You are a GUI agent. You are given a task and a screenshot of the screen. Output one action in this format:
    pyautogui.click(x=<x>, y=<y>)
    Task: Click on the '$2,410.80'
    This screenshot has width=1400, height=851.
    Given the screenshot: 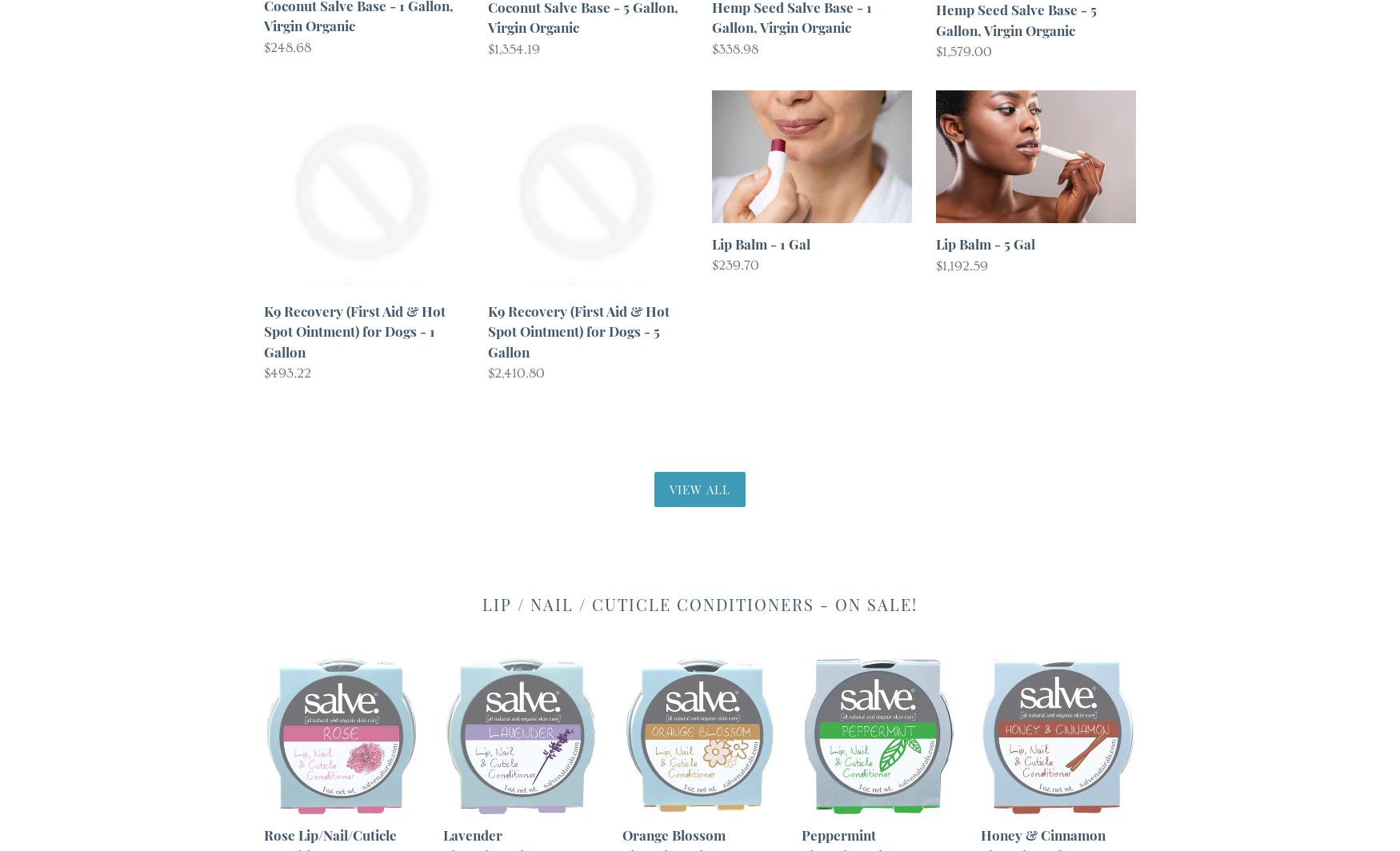 What is the action you would take?
    pyautogui.click(x=488, y=373)
    